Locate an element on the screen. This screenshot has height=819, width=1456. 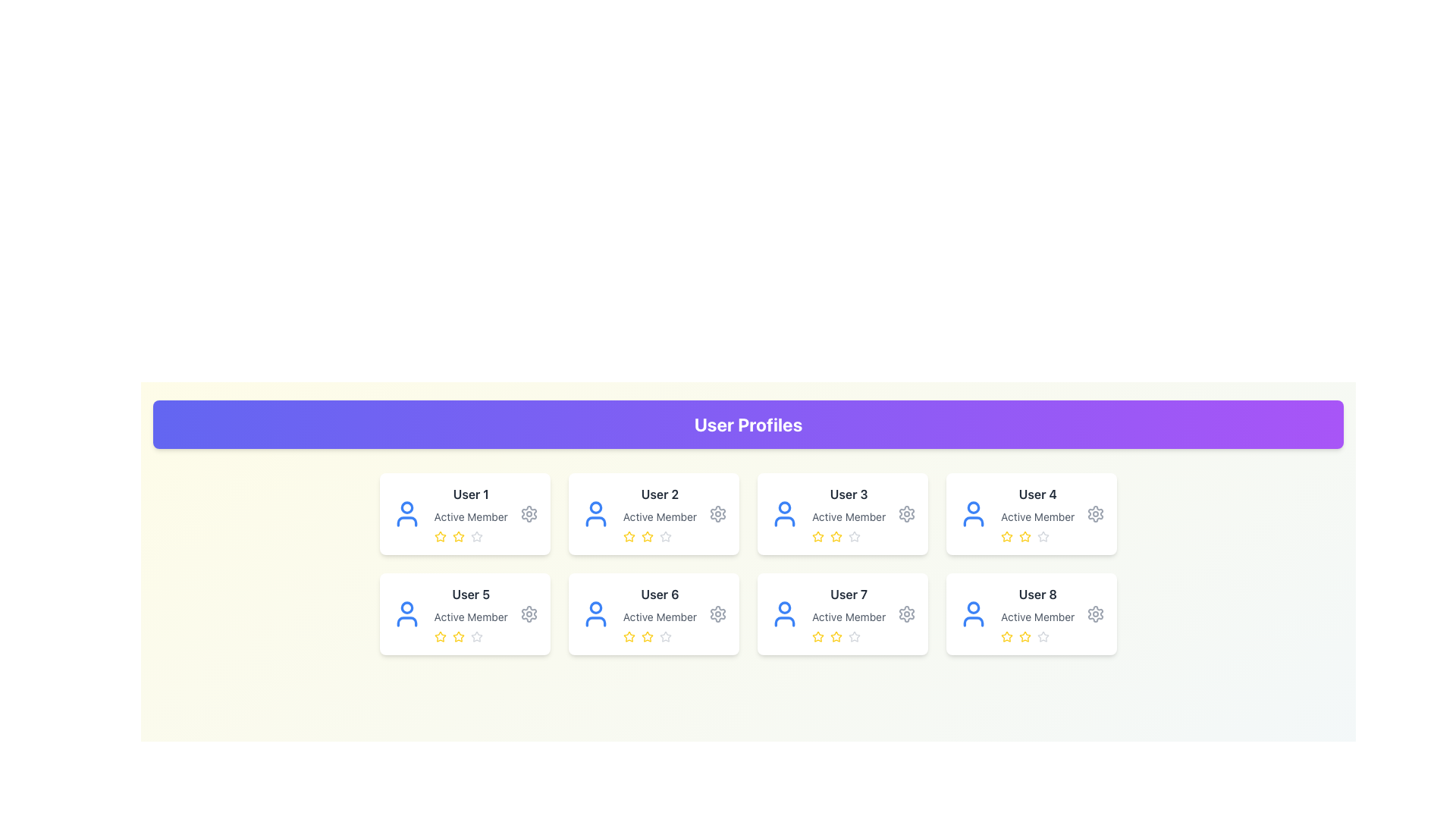
the gear-shaped icon located at the far right edge of the card for 'User 7' is located at coordinates (907, 614).